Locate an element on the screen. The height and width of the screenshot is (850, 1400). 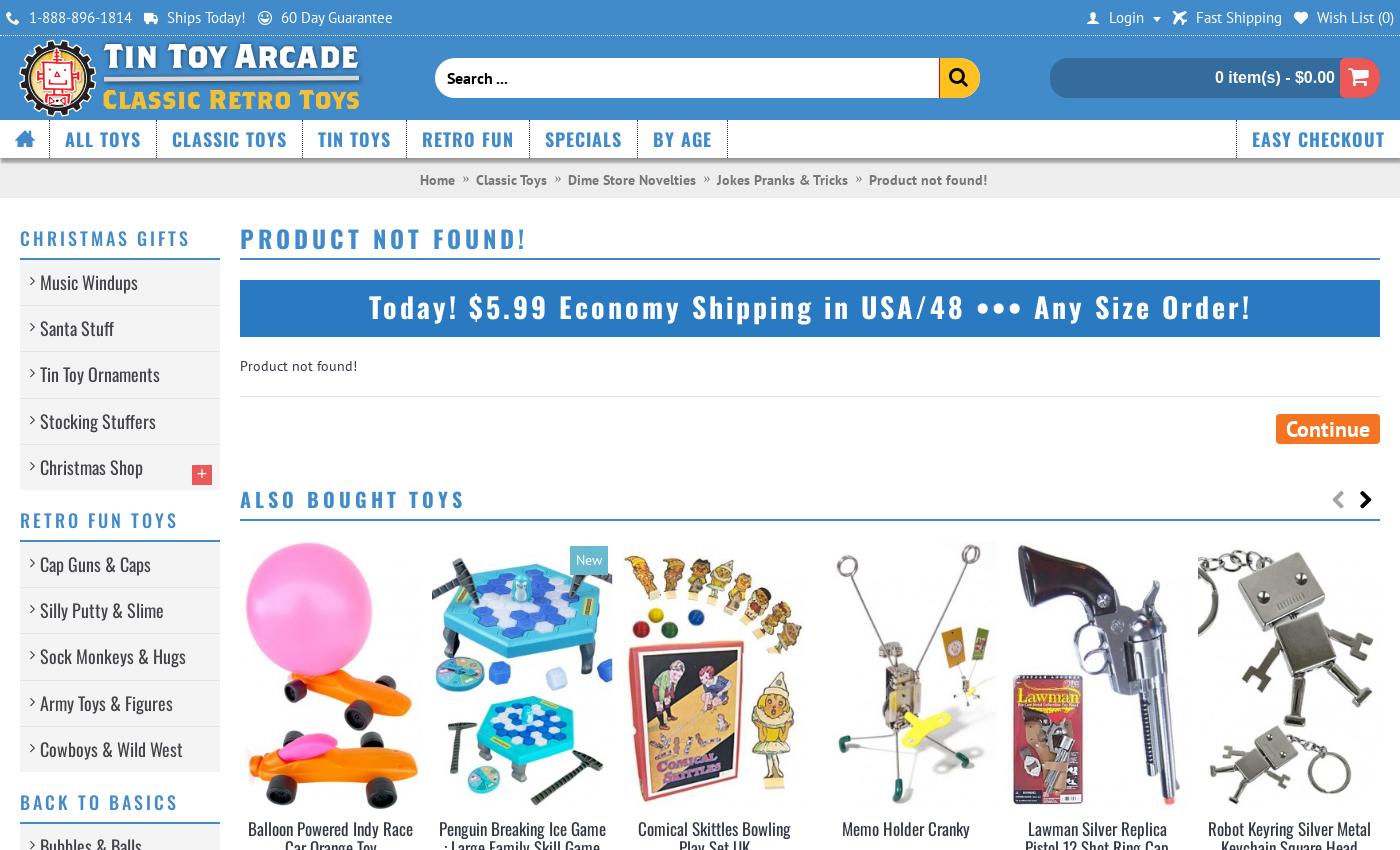
'Today! $5.99 Economy Shipping in USA/48 ••• Any Size Order!' is located at coordinates (809, 306).